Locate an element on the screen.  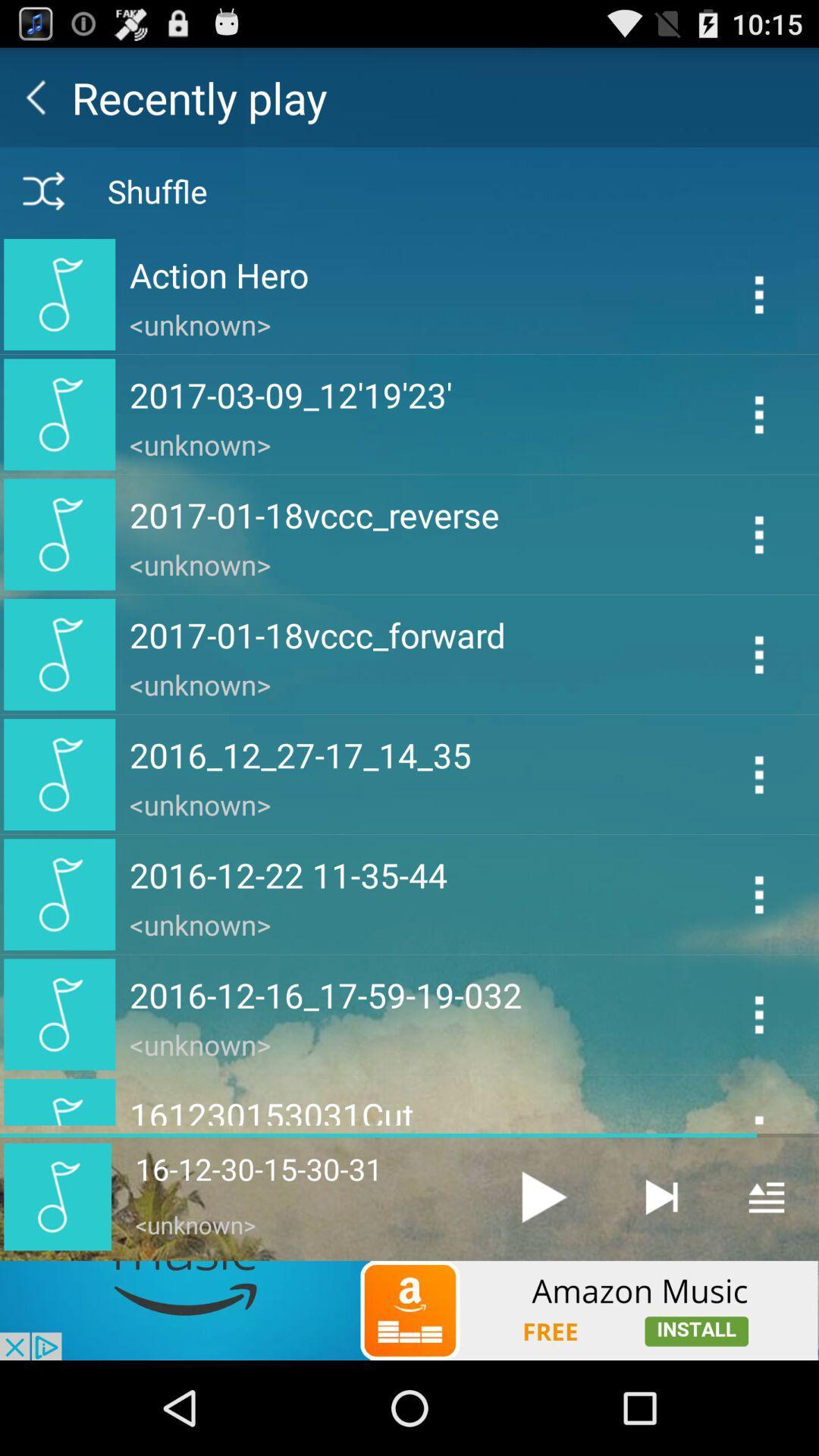
the menu icon is located at coordinates (766, 1280).